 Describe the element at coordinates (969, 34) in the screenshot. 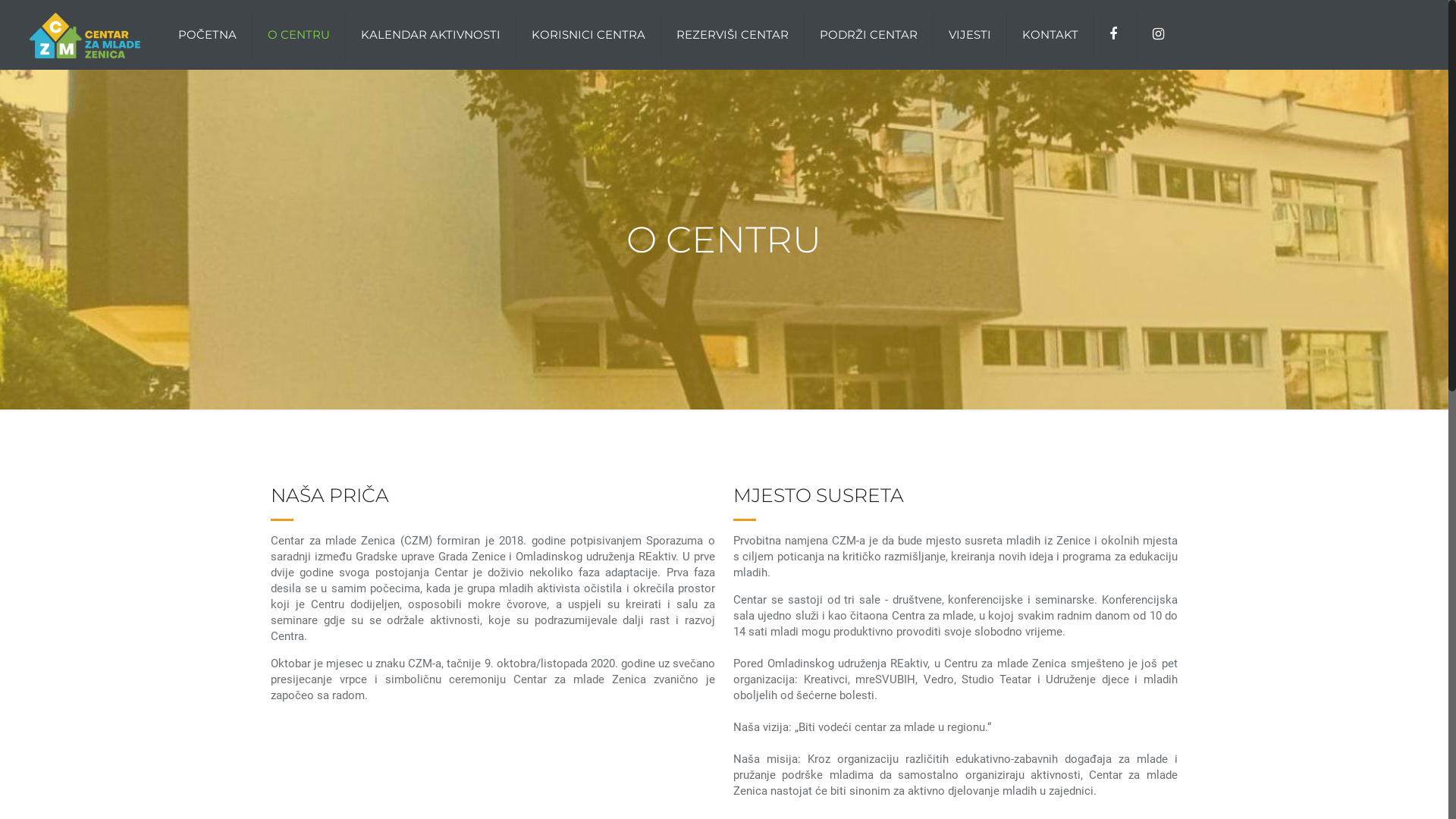

I see `'VIJESTI'` at that location.